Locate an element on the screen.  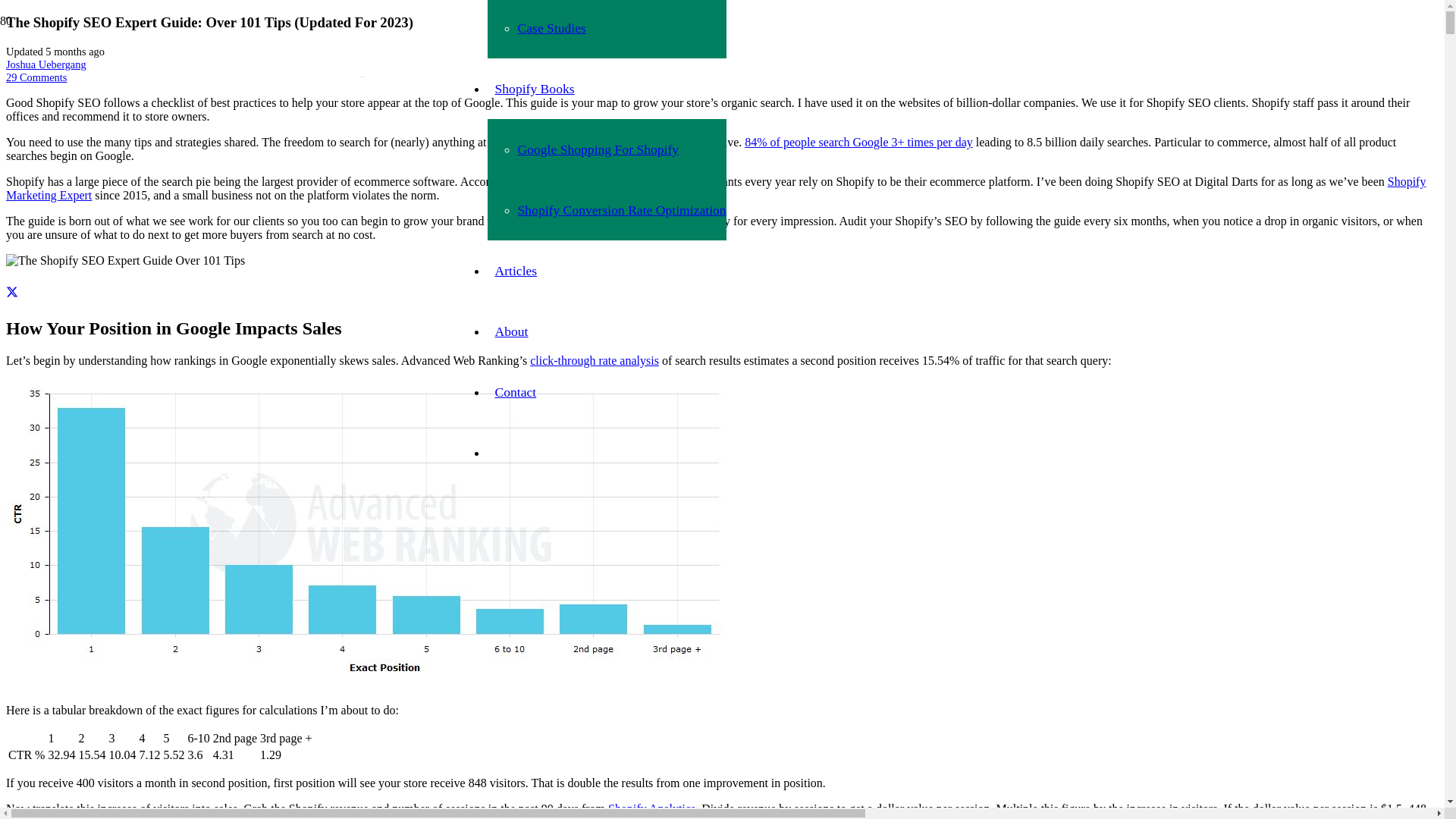
'Shopify Marketing Expert' is located at coordinates (715, 187).